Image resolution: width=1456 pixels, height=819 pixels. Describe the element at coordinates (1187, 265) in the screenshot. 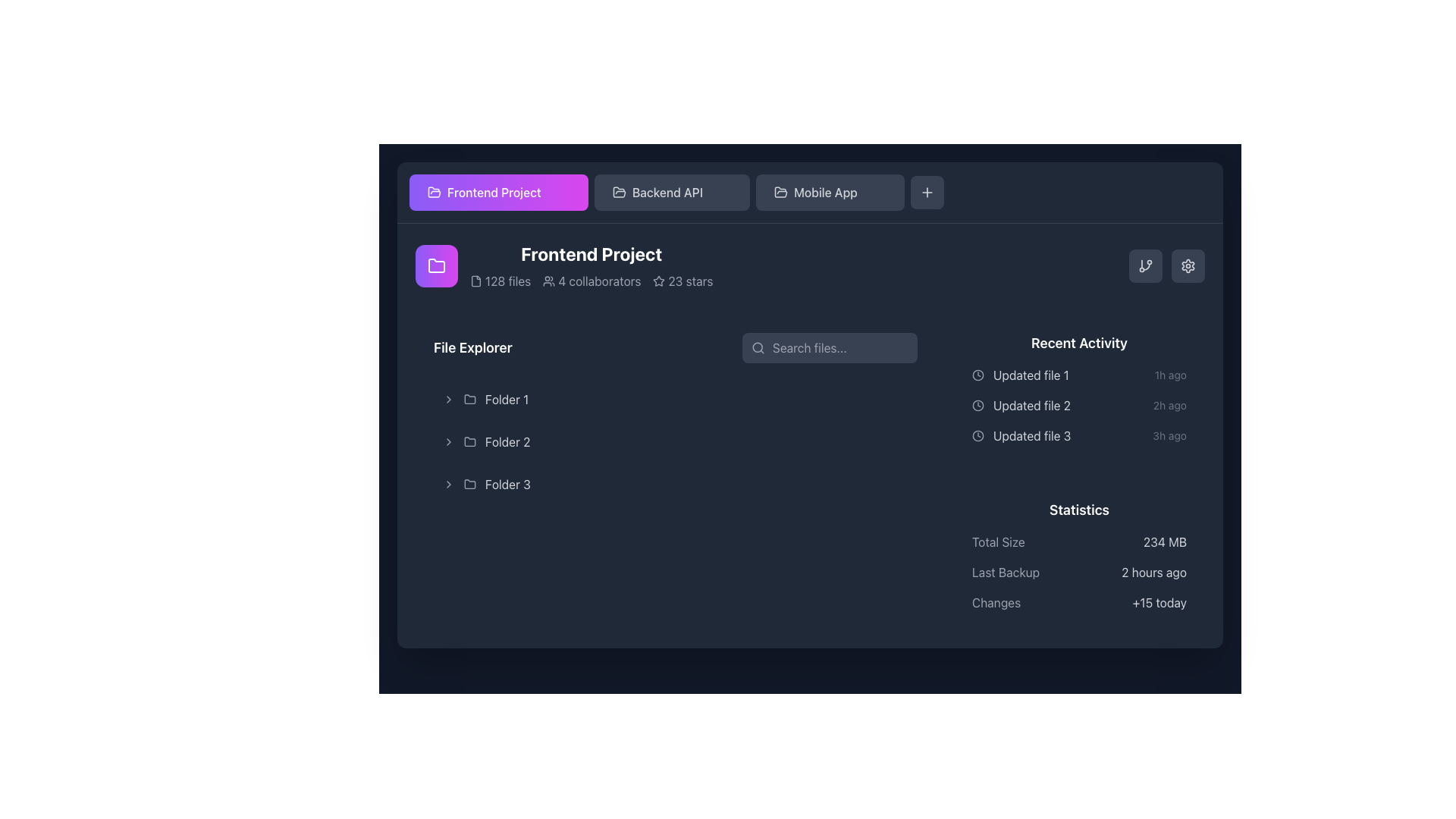

I see `the gear icon button located in the upper-right corner of the interface` at that location.